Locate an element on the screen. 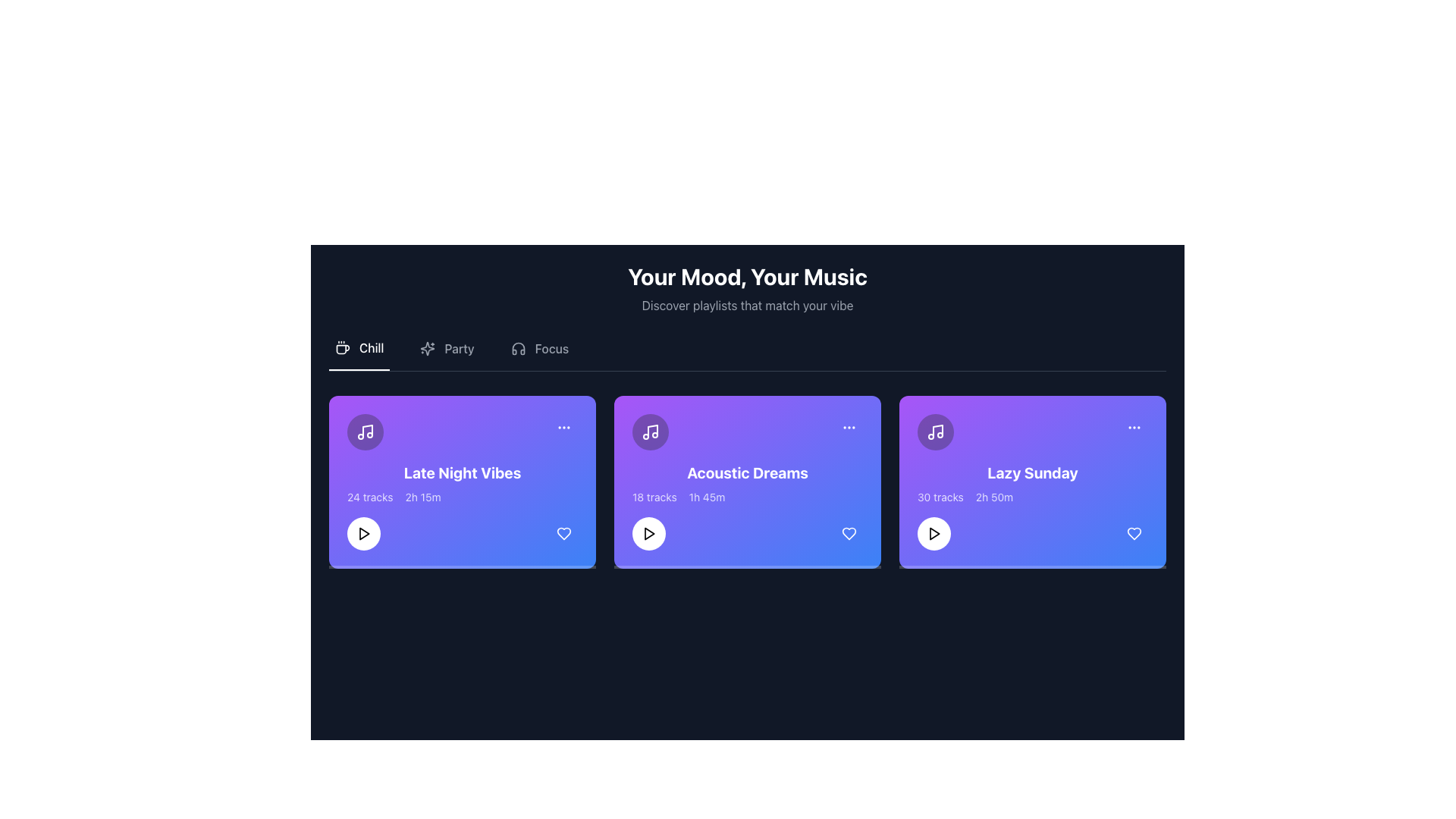 The width and height of the screenshot is (1456, 819). the circular play button with a white background and black triangular play icon located at the bottom center of the 'Lazy Sunday' card to play the playlist is located at coordinates (934, 533).